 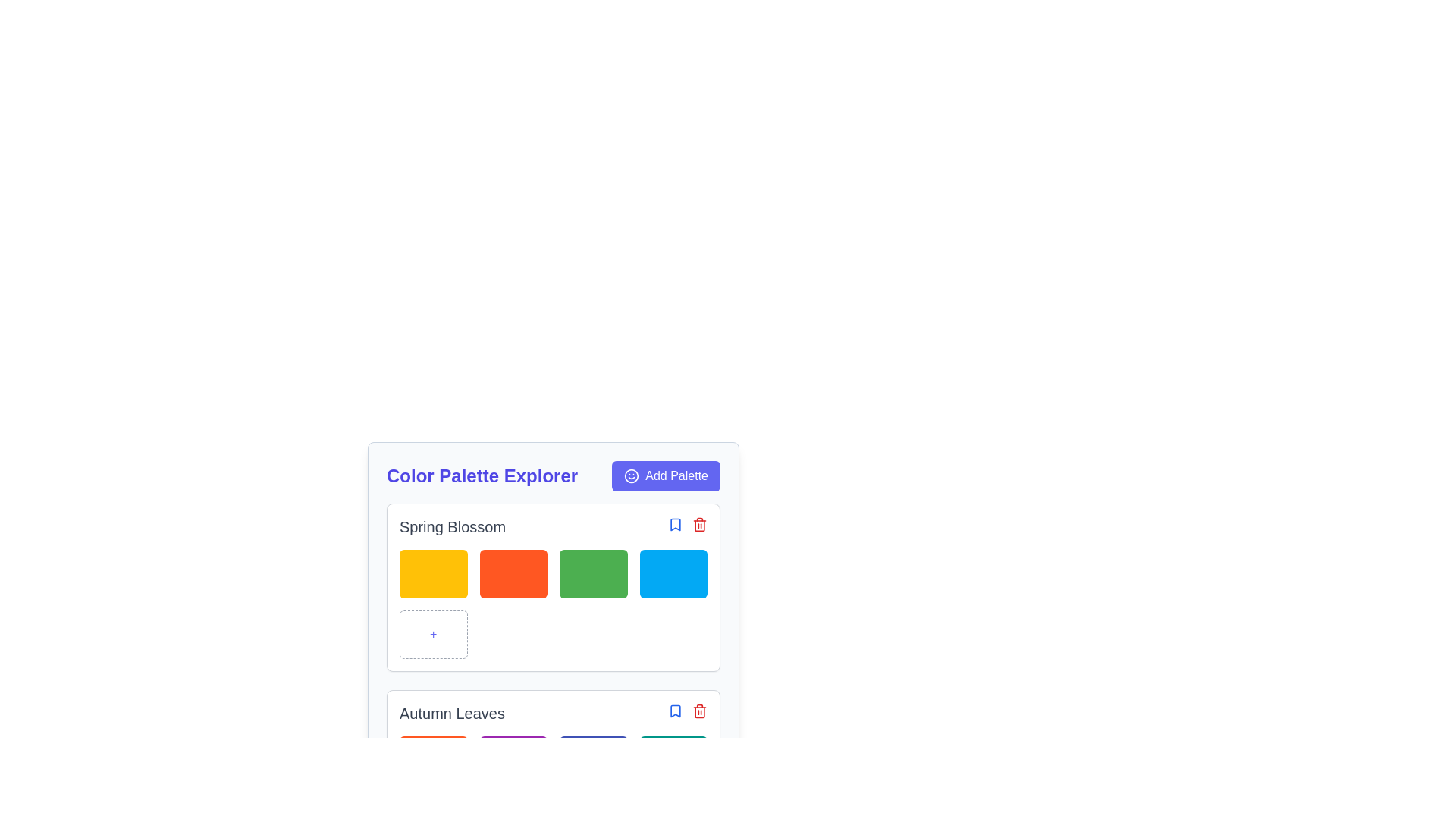 I want to click on the fourth color swatch in the 'Spring Blossom' color palette, so click(x=673, y=573).